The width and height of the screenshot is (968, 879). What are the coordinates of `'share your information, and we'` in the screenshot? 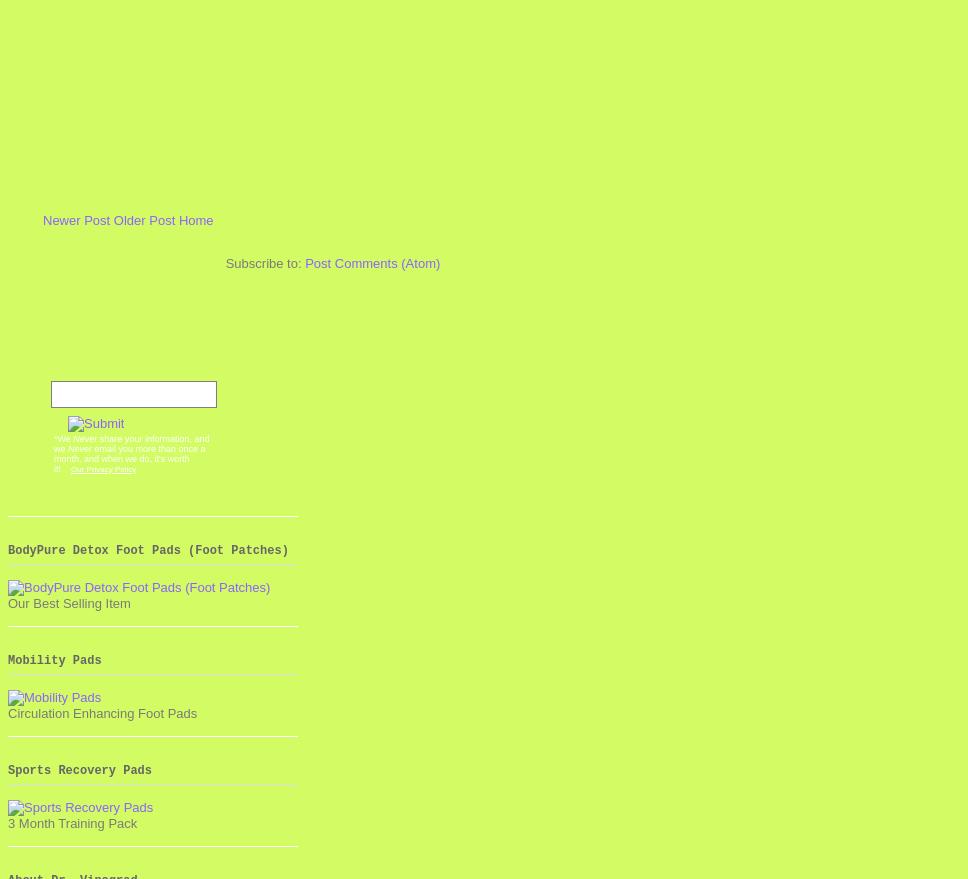 It's located at (130, 443).